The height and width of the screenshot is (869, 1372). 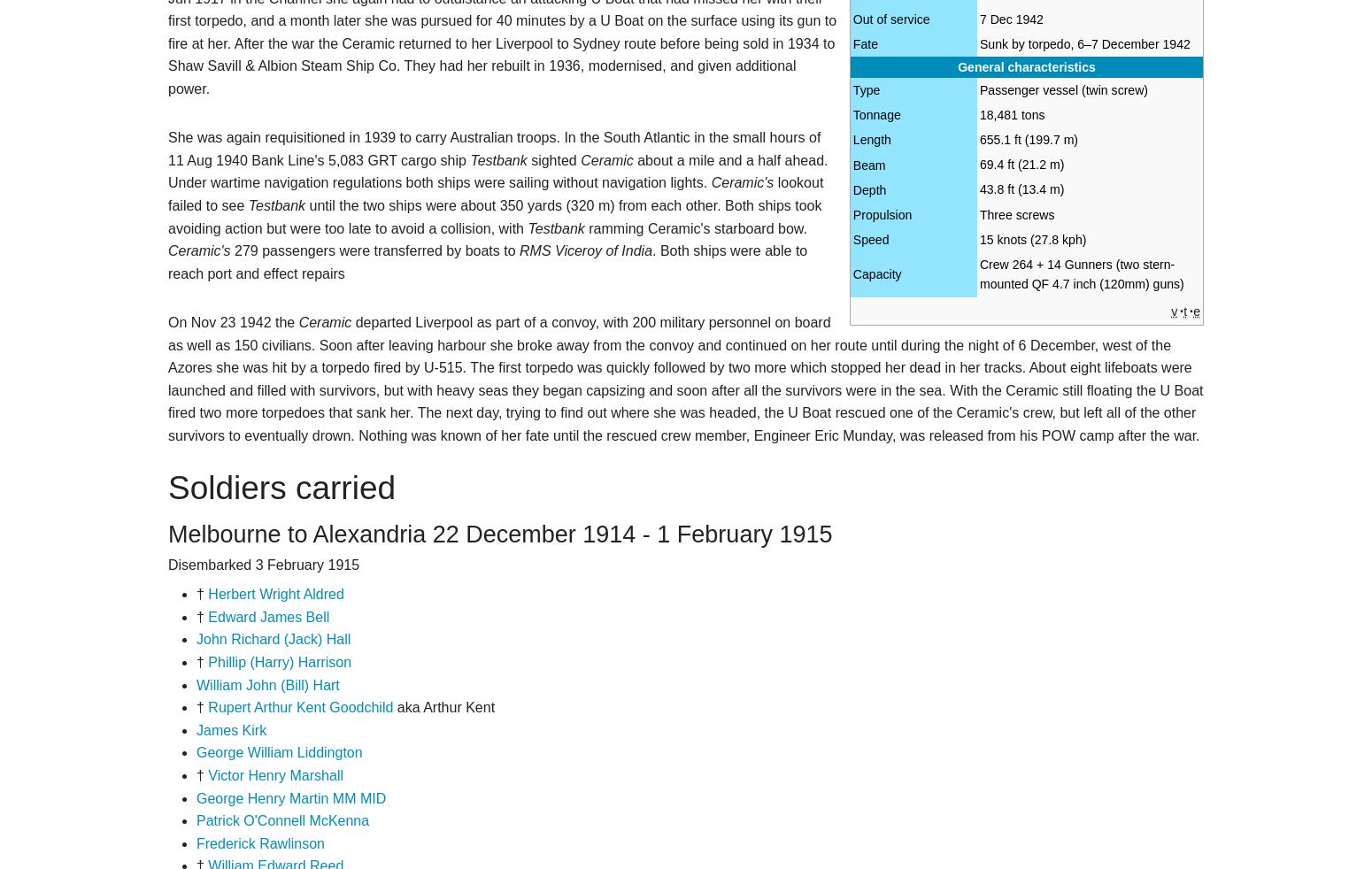 What do you see at coordinates (229, 250) in the screenshot?
I see `'279 passengers were transferred by boats to'` at bounding box center [229, 250].